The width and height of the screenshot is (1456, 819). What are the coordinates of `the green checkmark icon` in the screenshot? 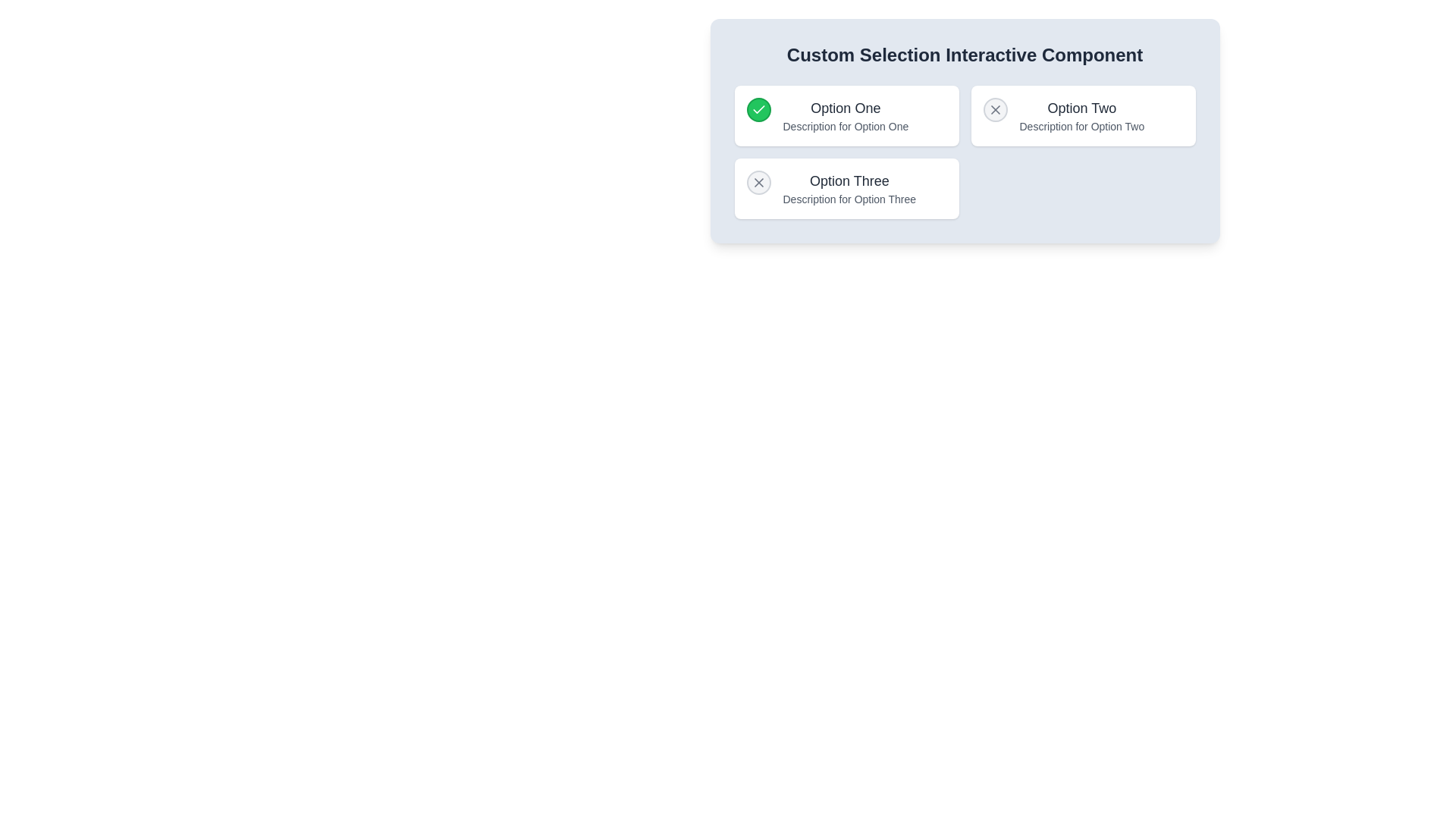 It's located at (758, 109).